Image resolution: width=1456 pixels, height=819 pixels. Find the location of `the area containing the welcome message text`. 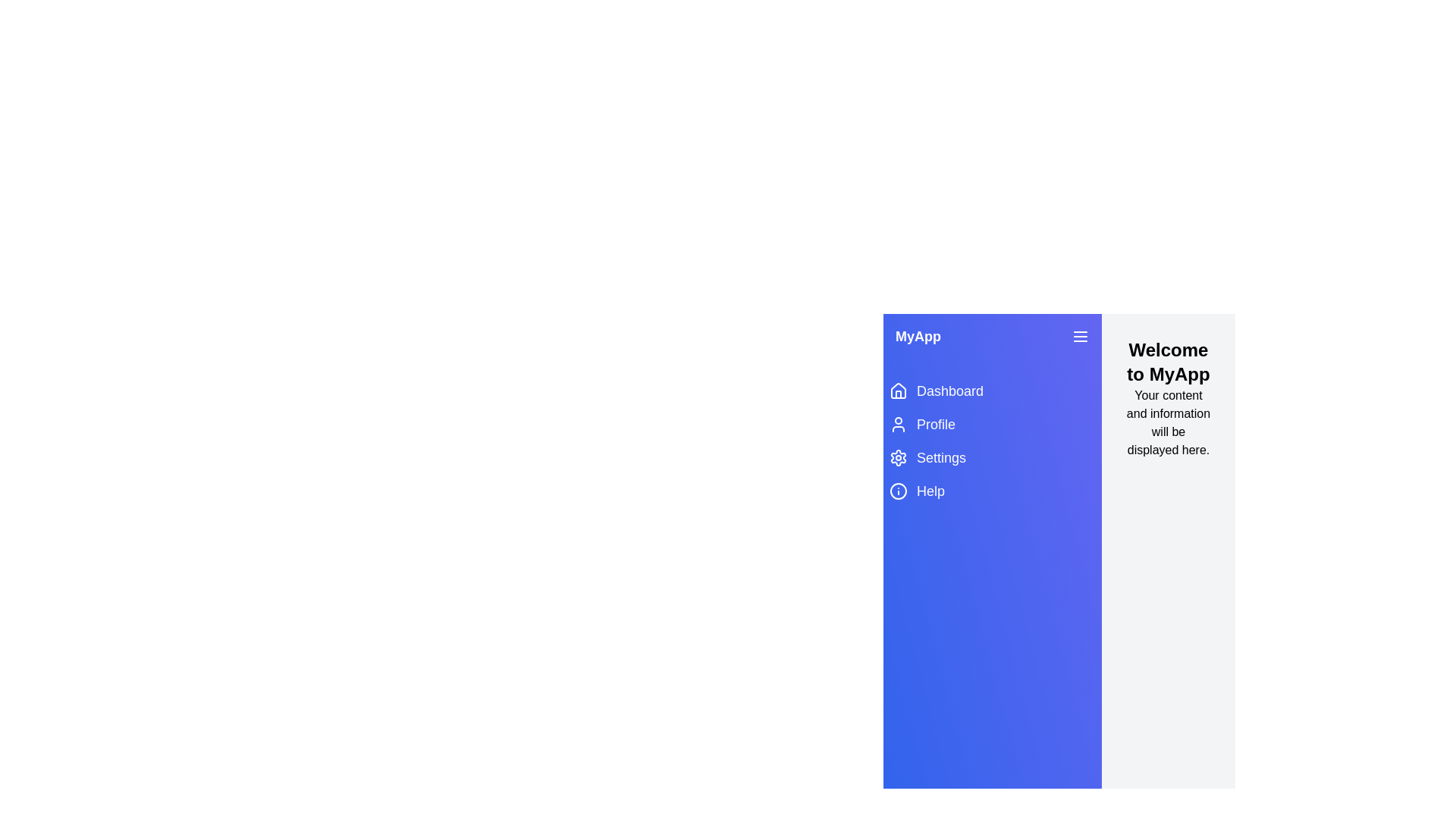

the area containing the welcome message text is located at coordinates (1167, 362).